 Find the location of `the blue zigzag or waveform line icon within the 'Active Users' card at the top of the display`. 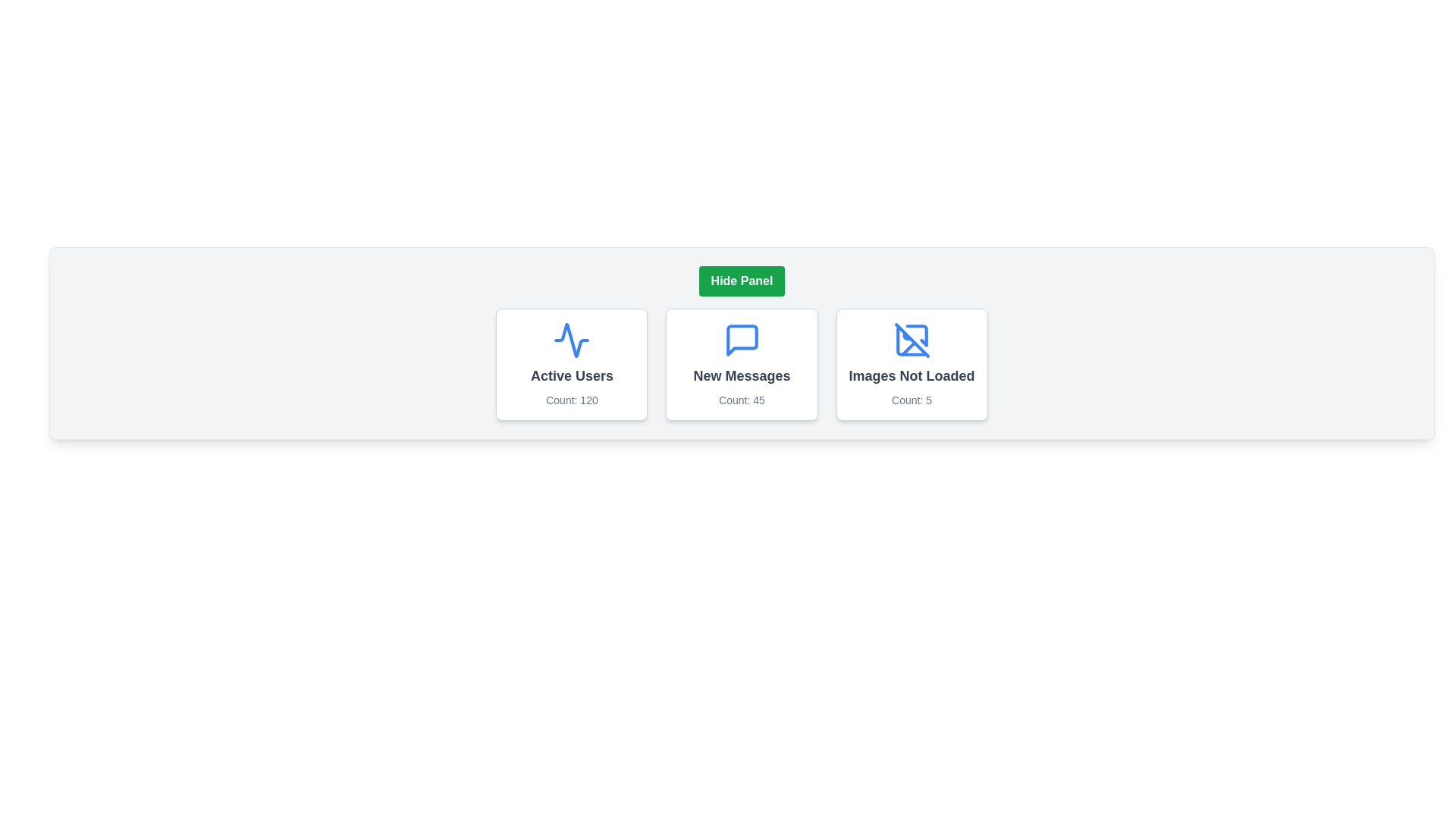

the blue zigzag or waveform line icon within the 'Active Users' card at the top of the display is located at coordinates (571, 339).